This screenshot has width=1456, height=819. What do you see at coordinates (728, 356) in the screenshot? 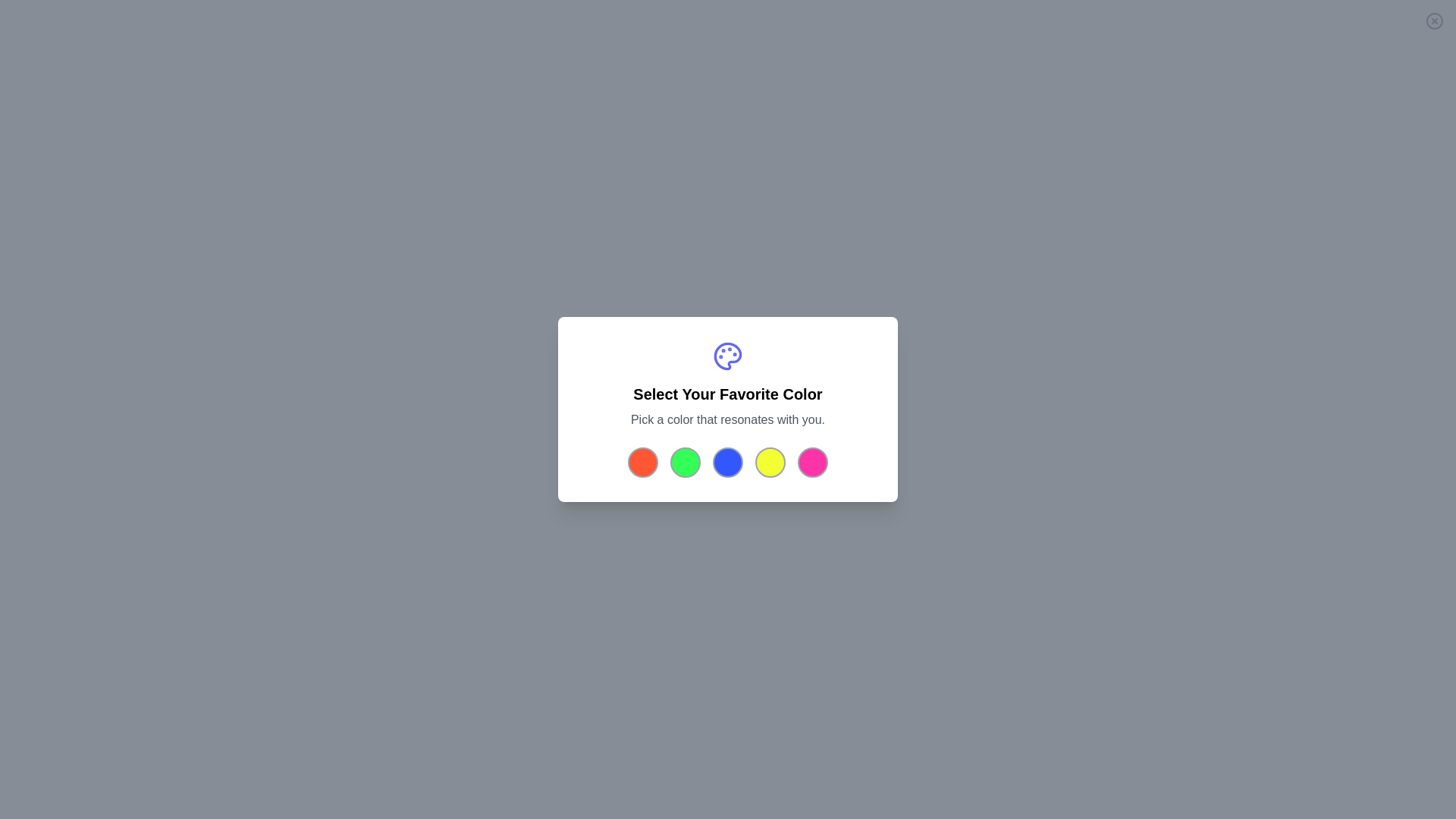
I see `the palette icon at the top of the dialog` at bounding box center [728, 356].